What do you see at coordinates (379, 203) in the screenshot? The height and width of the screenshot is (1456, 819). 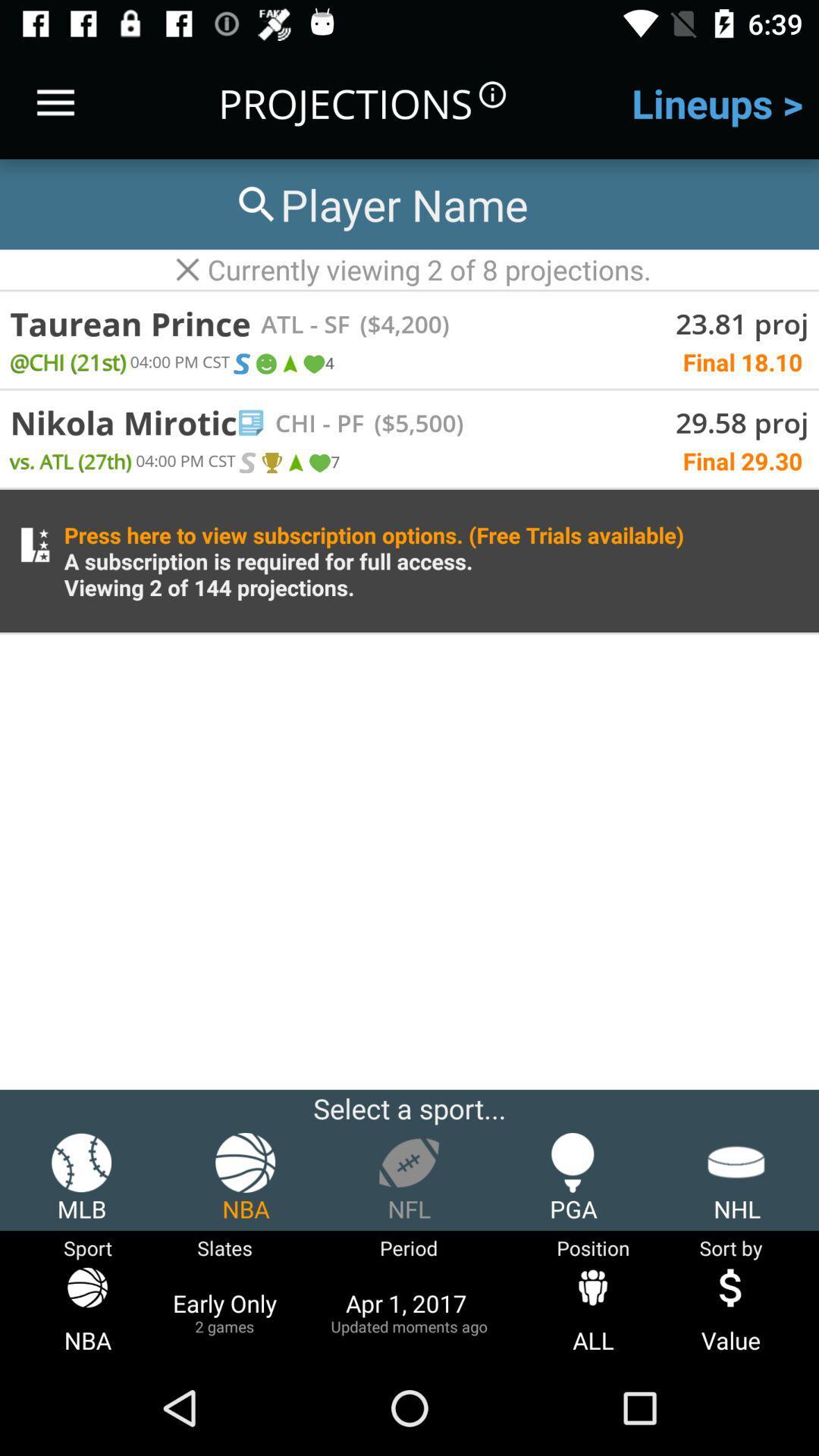 I see `search player name type bar` at bounding box center [379, 203].